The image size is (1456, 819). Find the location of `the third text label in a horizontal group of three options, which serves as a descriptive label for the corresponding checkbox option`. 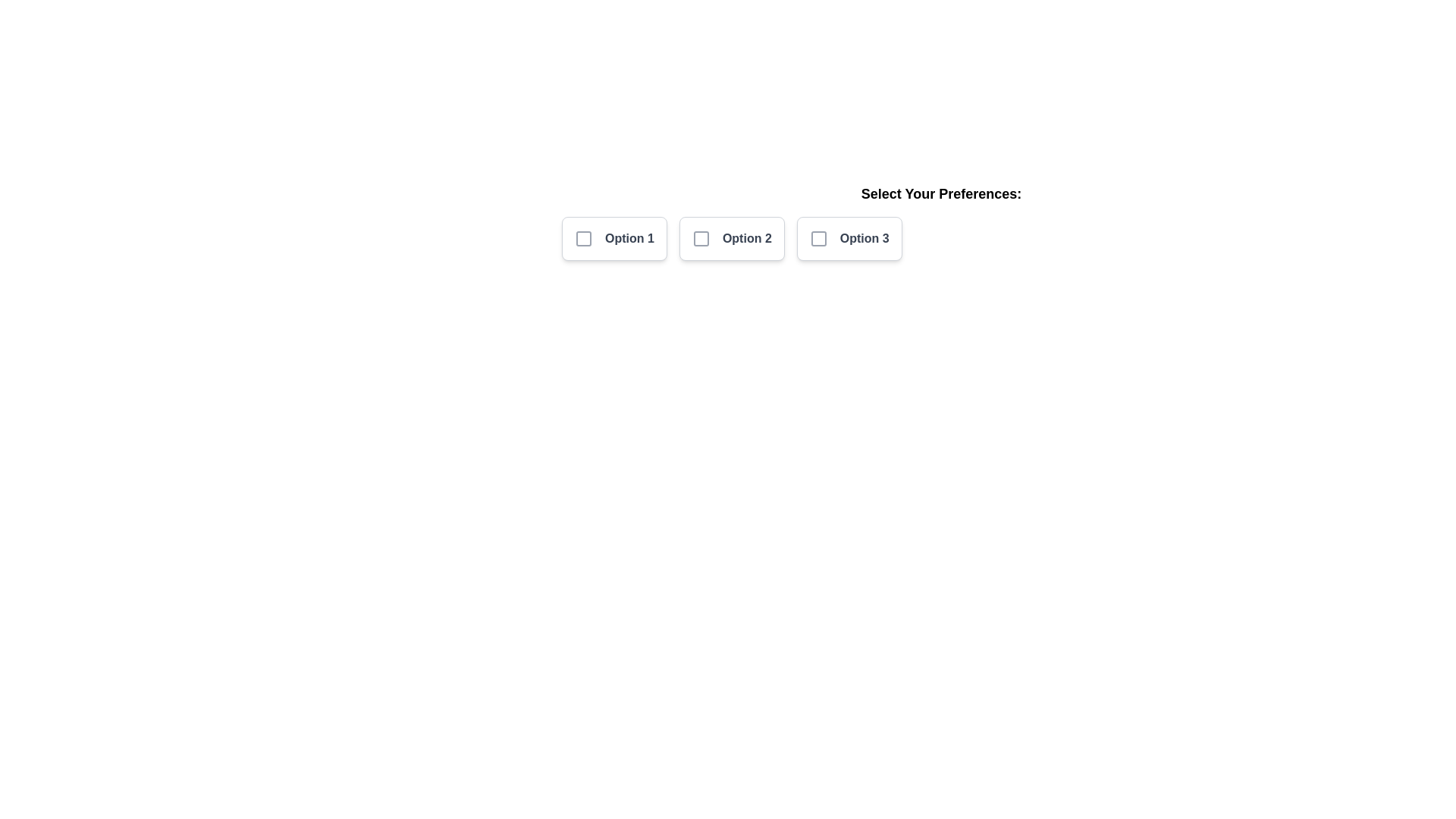

the third text label in a horizontal group of three options, which serves as a descriptive label for the corresponding checkbox option is located at coordinates (864, 239).